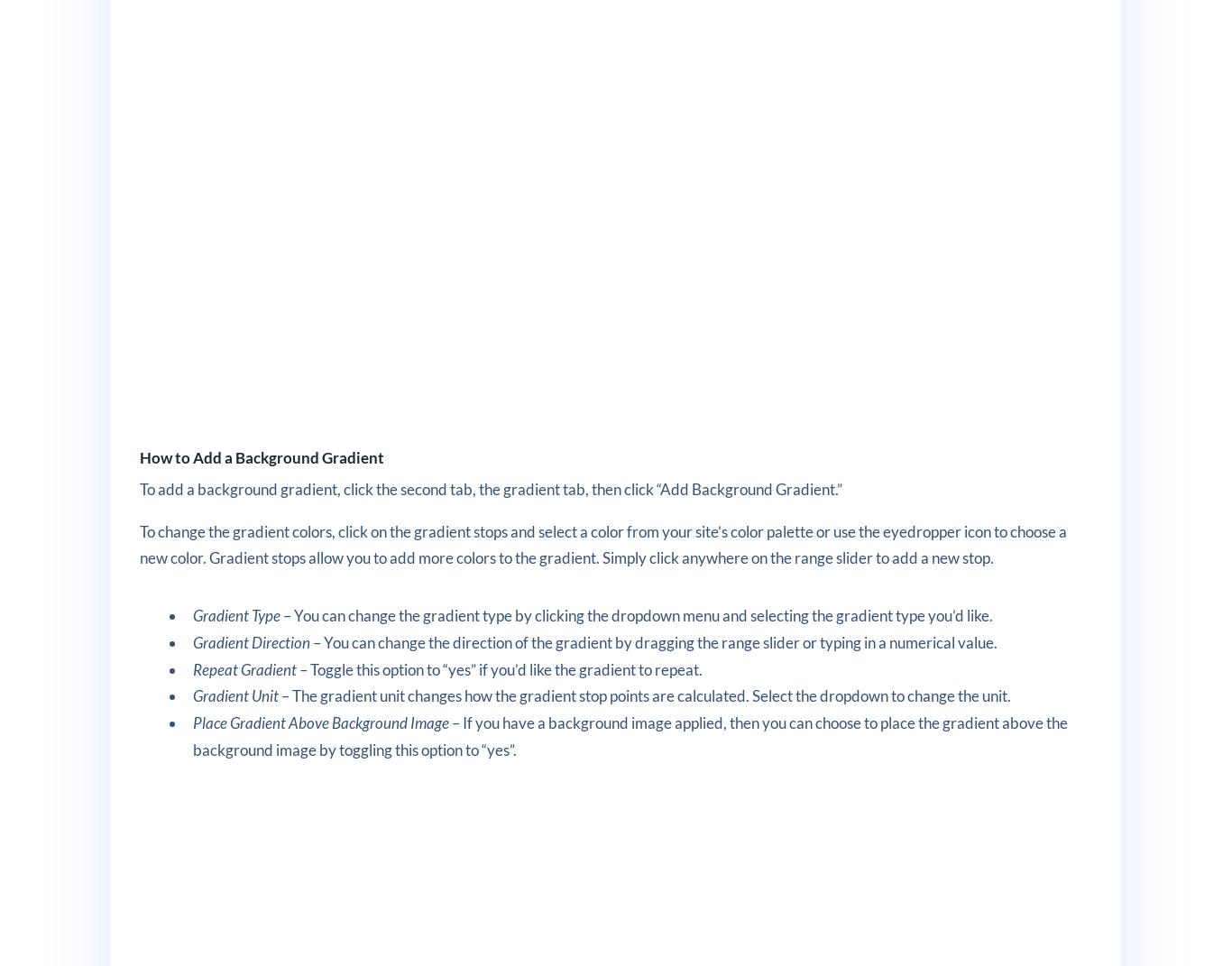 The height and width of the screenshot is (966, 1232). What do you see at coordinates (630, 734) in the screenshot?
I see `'– If you have a background image applied, then you can choose to place the gradient above the background image by toggling this option to “yes”.'` at bounding box center [630, 734].